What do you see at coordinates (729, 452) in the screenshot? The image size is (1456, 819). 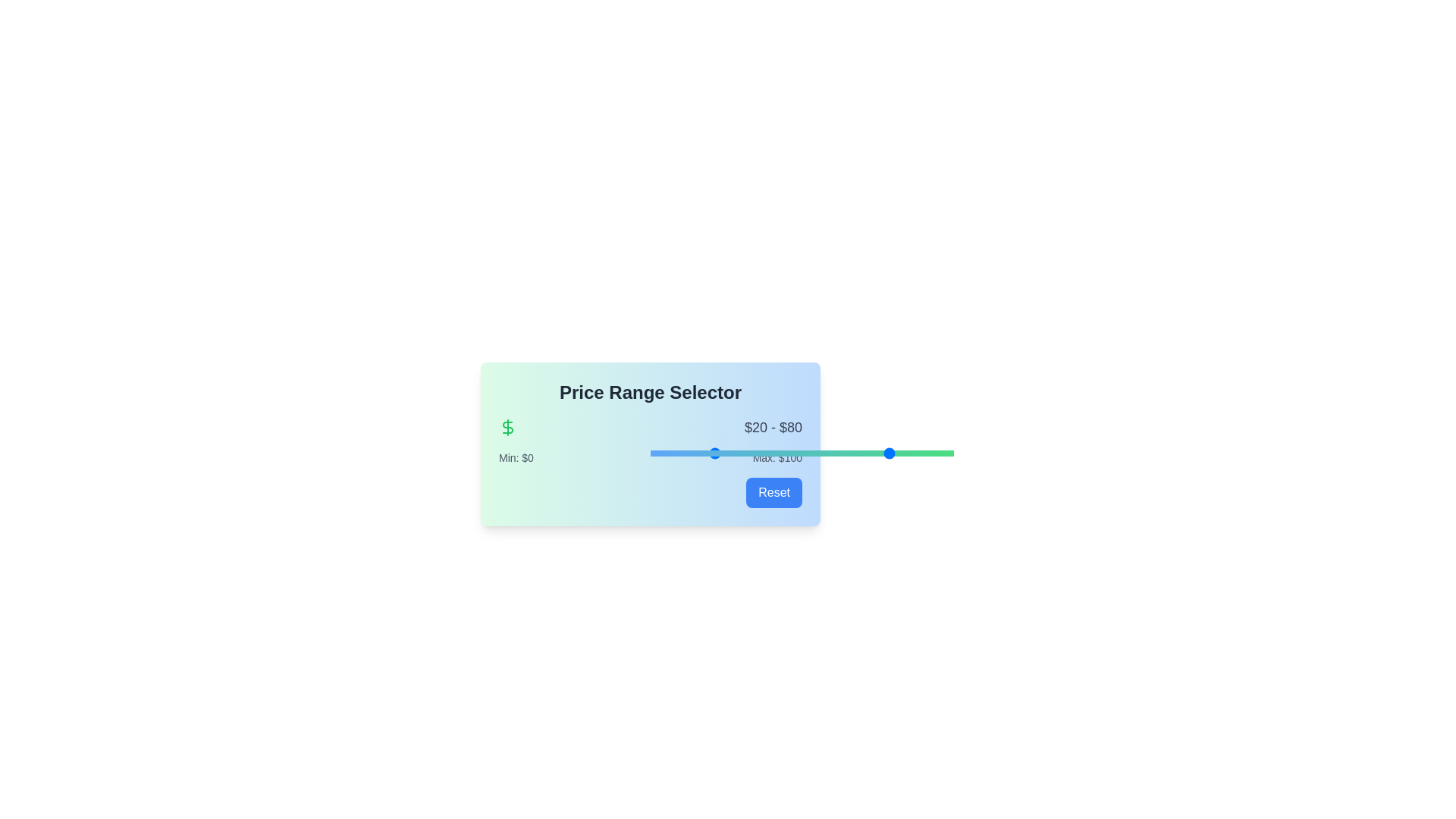 I see `the slider` at bounding box center [729, 452].